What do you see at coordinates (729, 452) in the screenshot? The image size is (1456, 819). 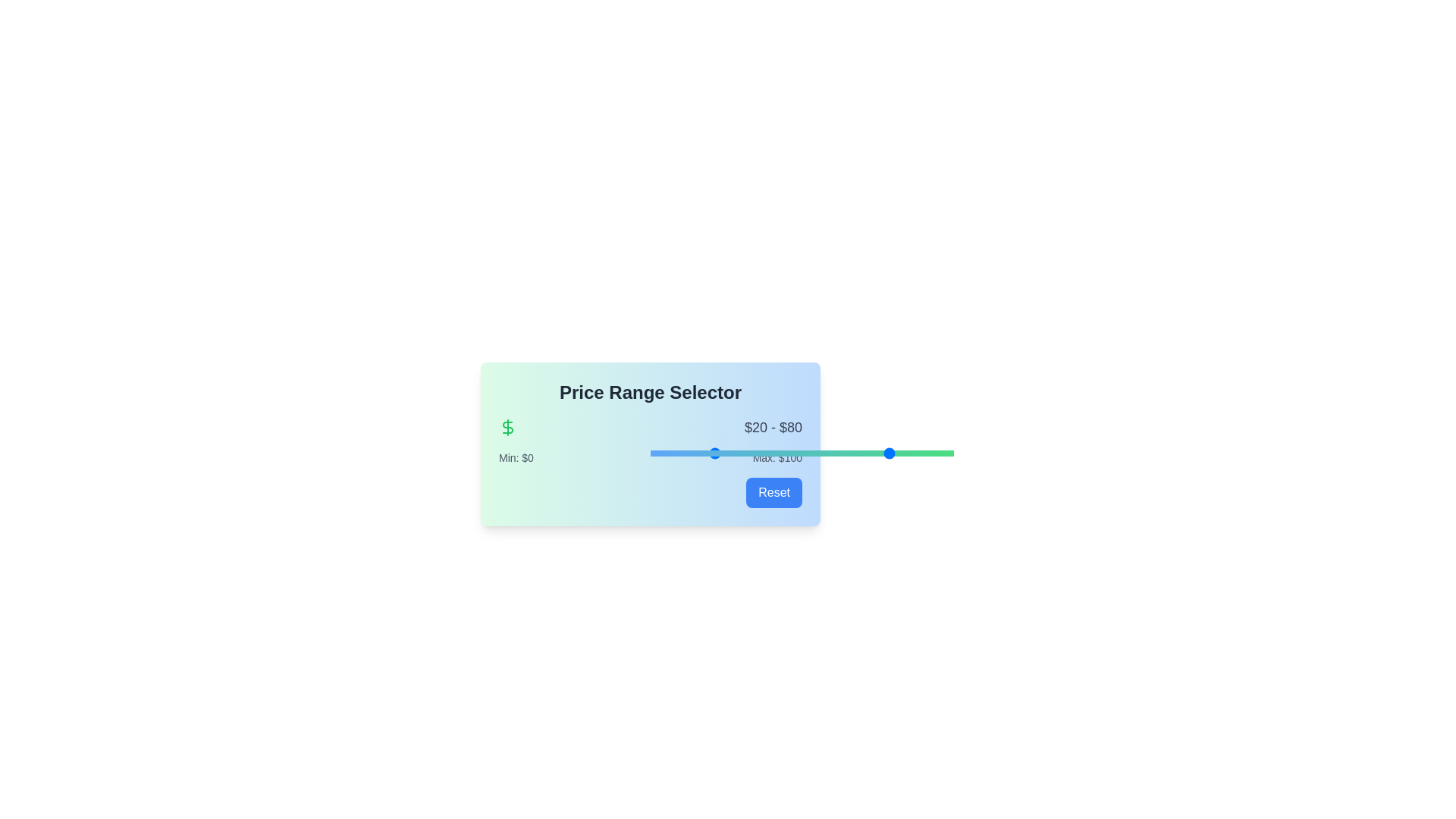 I see `the slider` at bounding box center [729, 452].